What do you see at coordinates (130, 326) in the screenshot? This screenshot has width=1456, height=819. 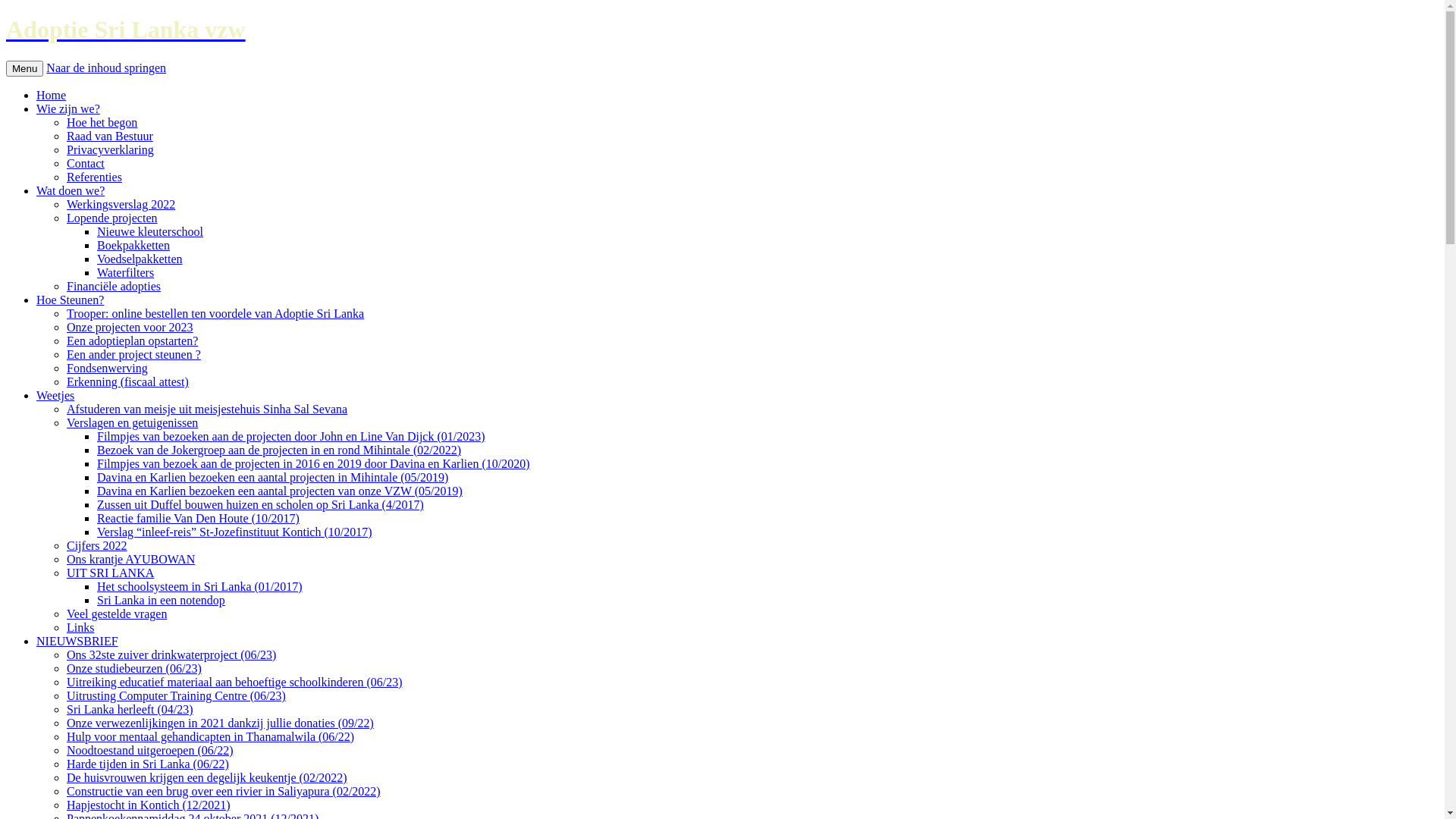 I see `'Onze projecten voor 2023'` at bounding box center [130, 326].